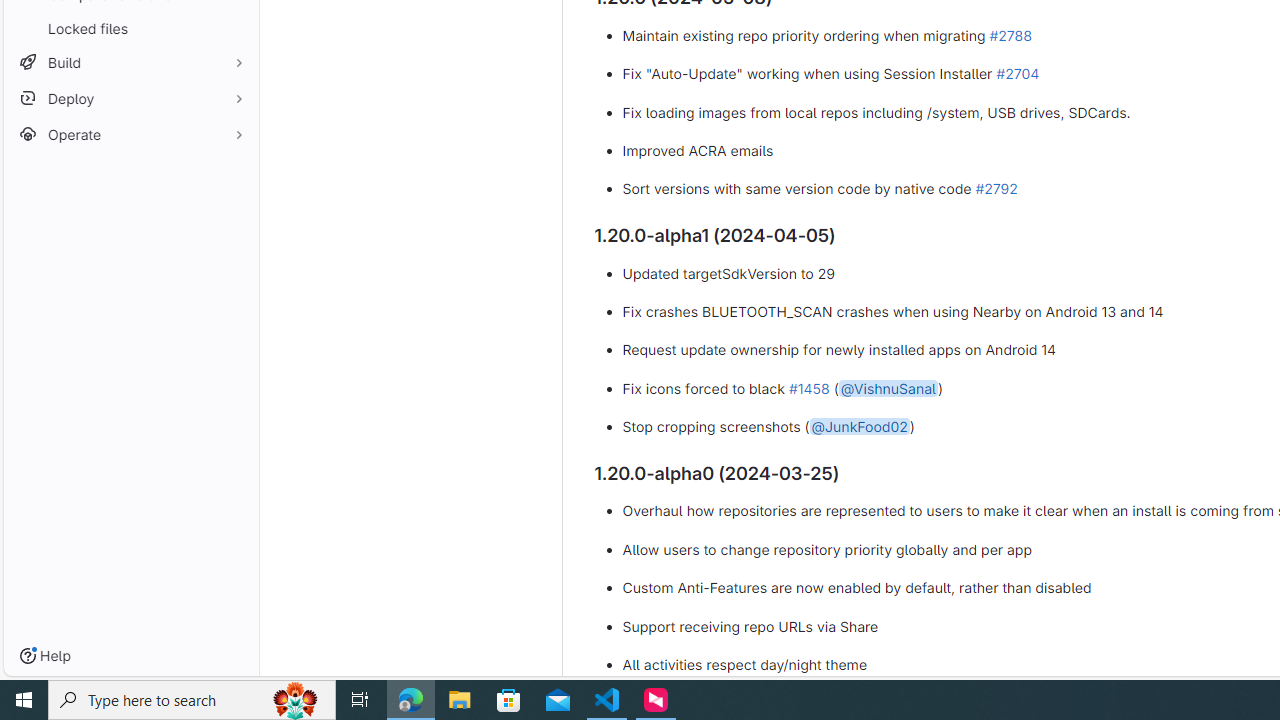  Describe the element at coordinates (1017, 72) in the screenshot. I see `'#2704'` at that location.